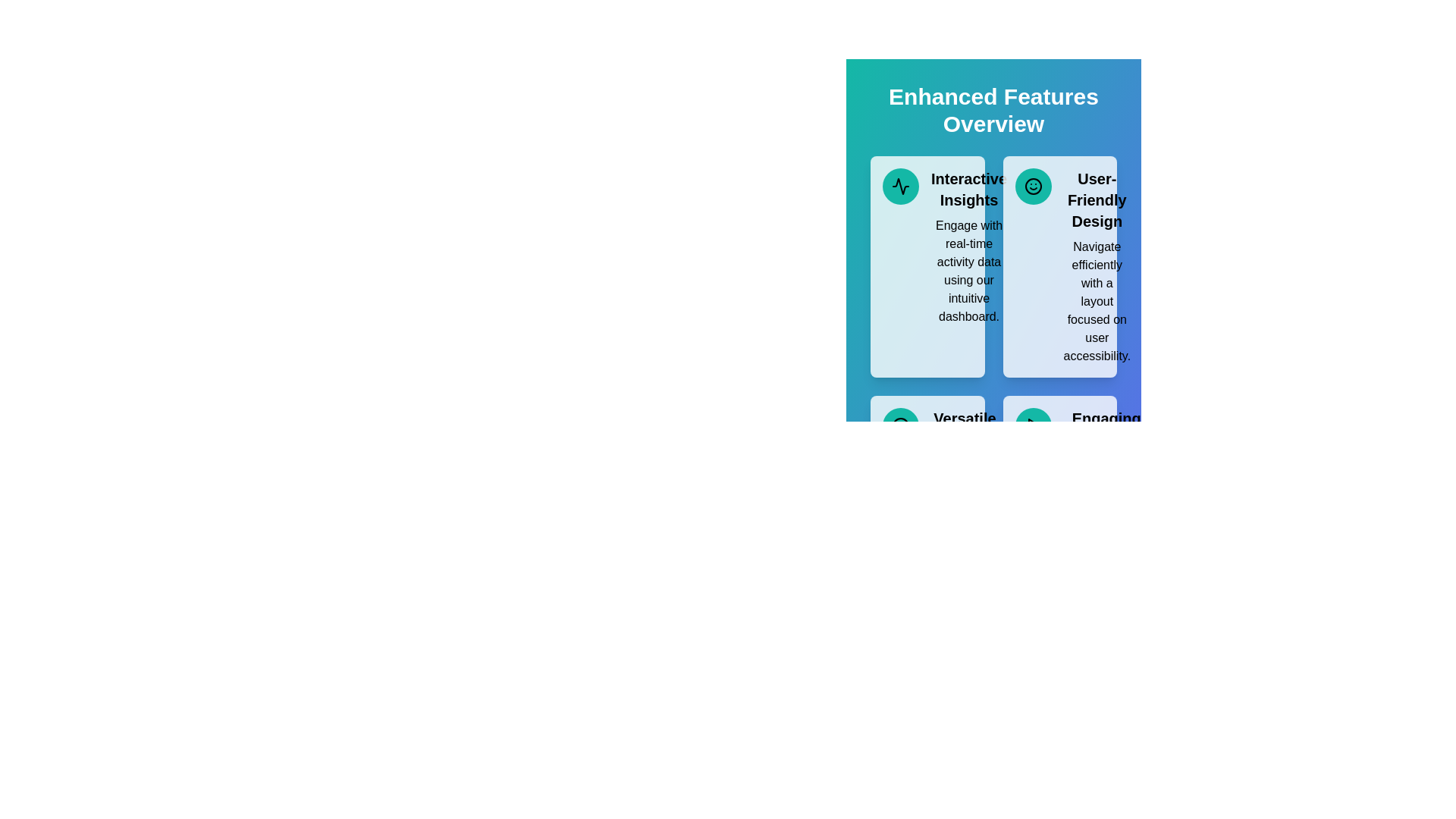 This screenshot has width=1456, height=819. Describe the element at coordinates (901, 426) in the screenshot. I see `the teal outlined circular SVG graphic element, which is part of a teal circular button in the second row of feature cards` at that location.